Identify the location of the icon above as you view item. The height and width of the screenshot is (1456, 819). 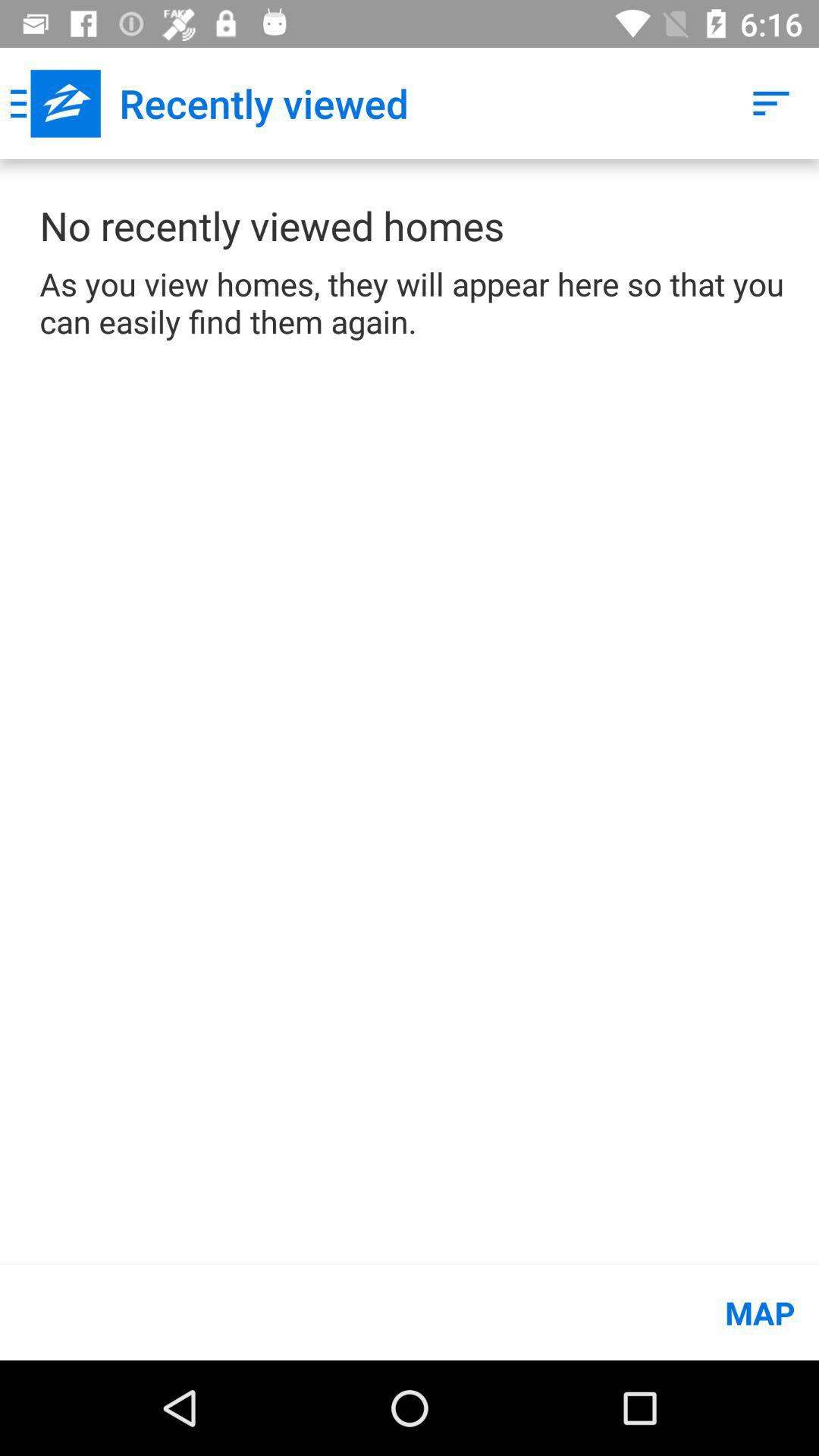
(771, 102).